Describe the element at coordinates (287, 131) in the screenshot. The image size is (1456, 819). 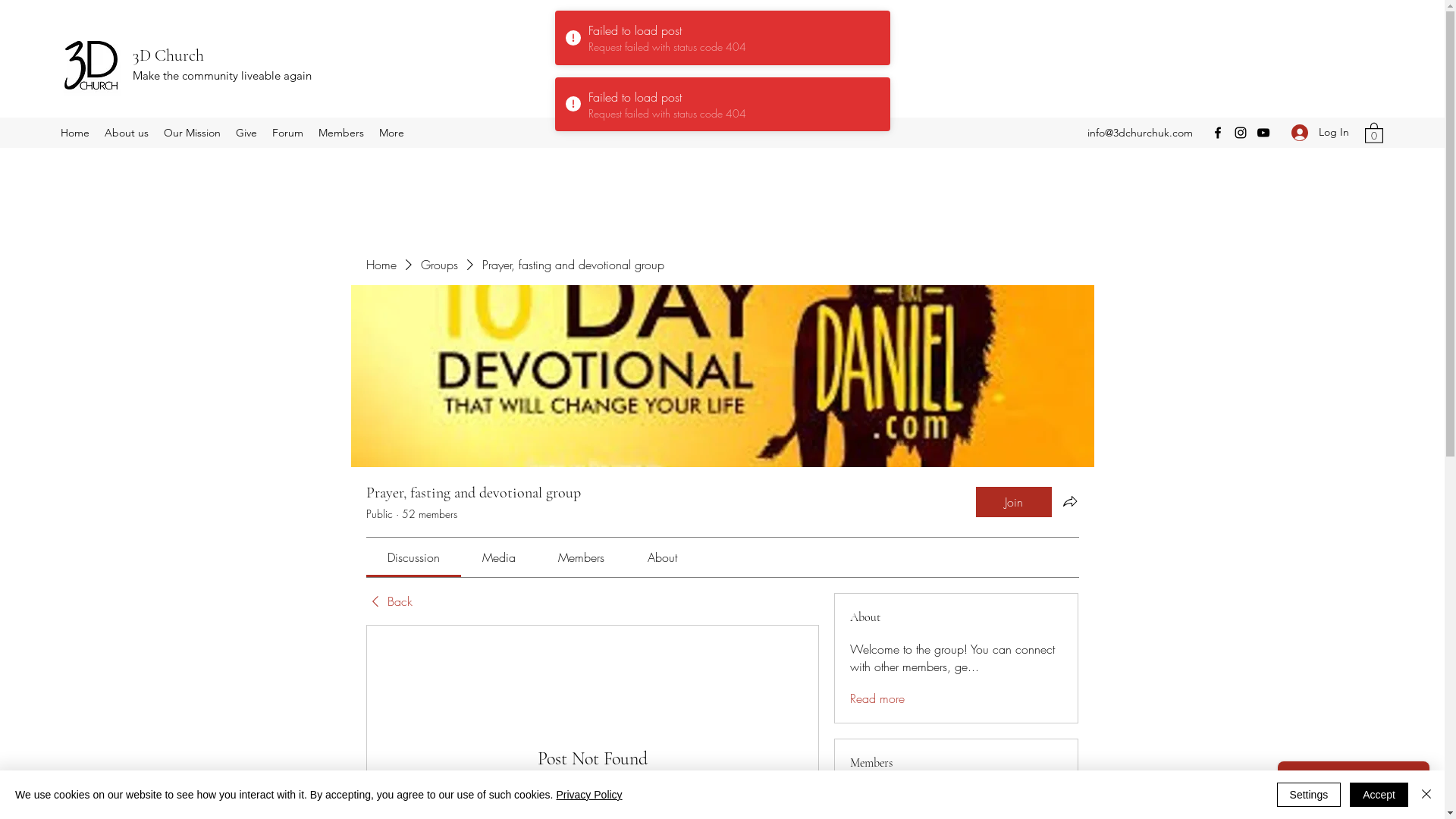
I see `'Forum'` at that location.